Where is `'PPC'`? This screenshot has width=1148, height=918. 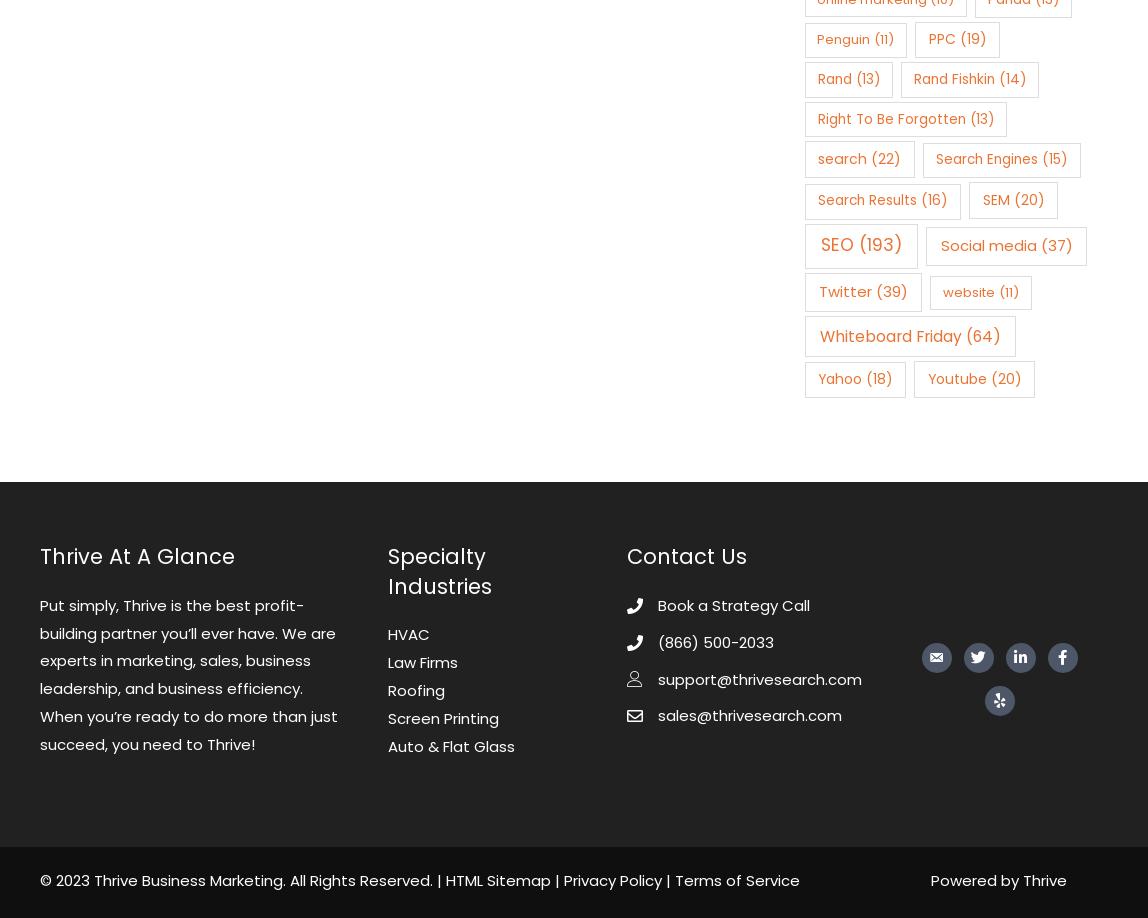
'PPC' is located at coordinates (941, 39).